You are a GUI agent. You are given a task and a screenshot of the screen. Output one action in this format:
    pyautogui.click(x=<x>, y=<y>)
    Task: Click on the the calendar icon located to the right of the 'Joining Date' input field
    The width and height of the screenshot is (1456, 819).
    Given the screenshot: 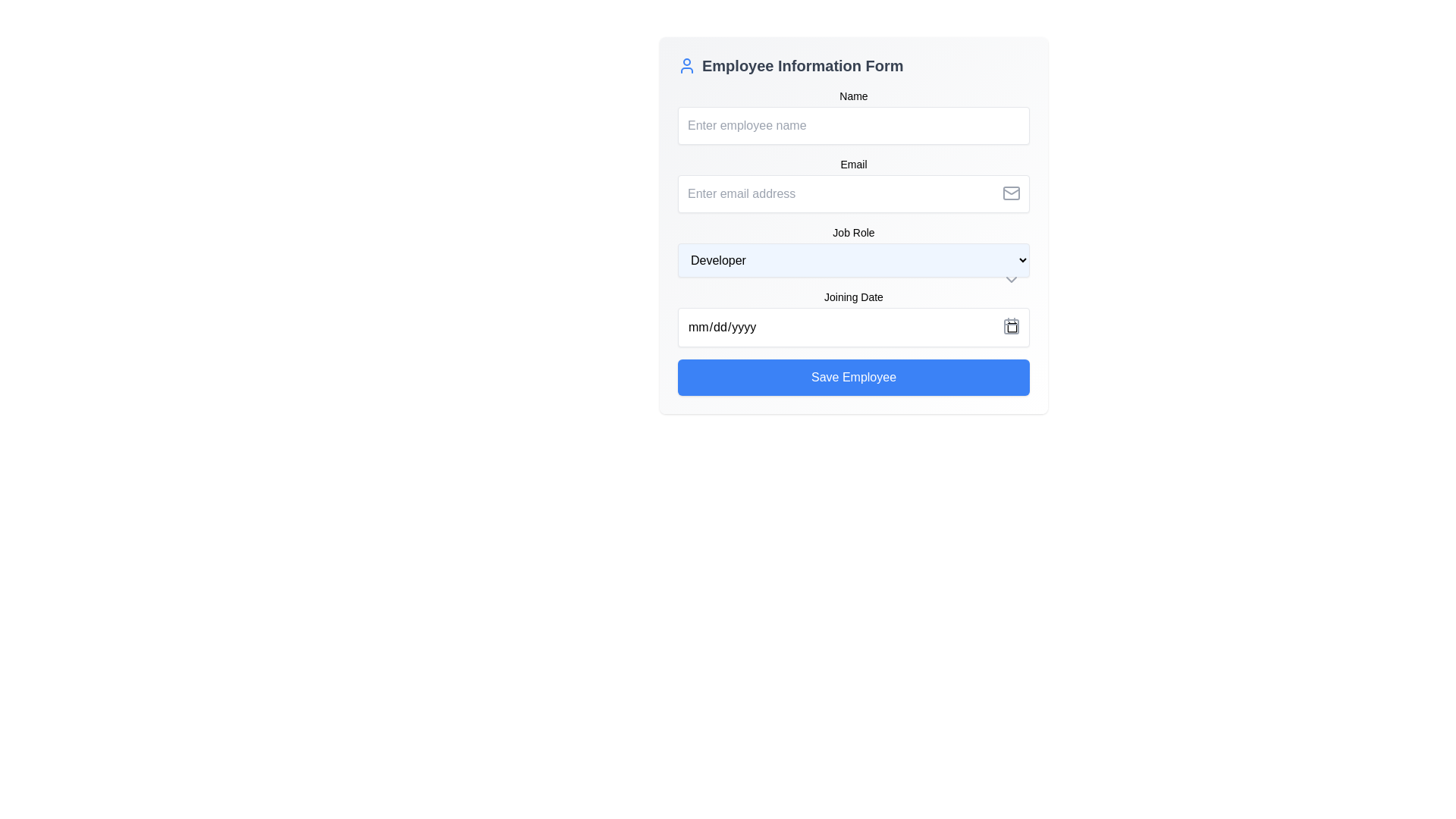 What is the action you would take?
    pyautogui.click(x=1012, y=325)
    